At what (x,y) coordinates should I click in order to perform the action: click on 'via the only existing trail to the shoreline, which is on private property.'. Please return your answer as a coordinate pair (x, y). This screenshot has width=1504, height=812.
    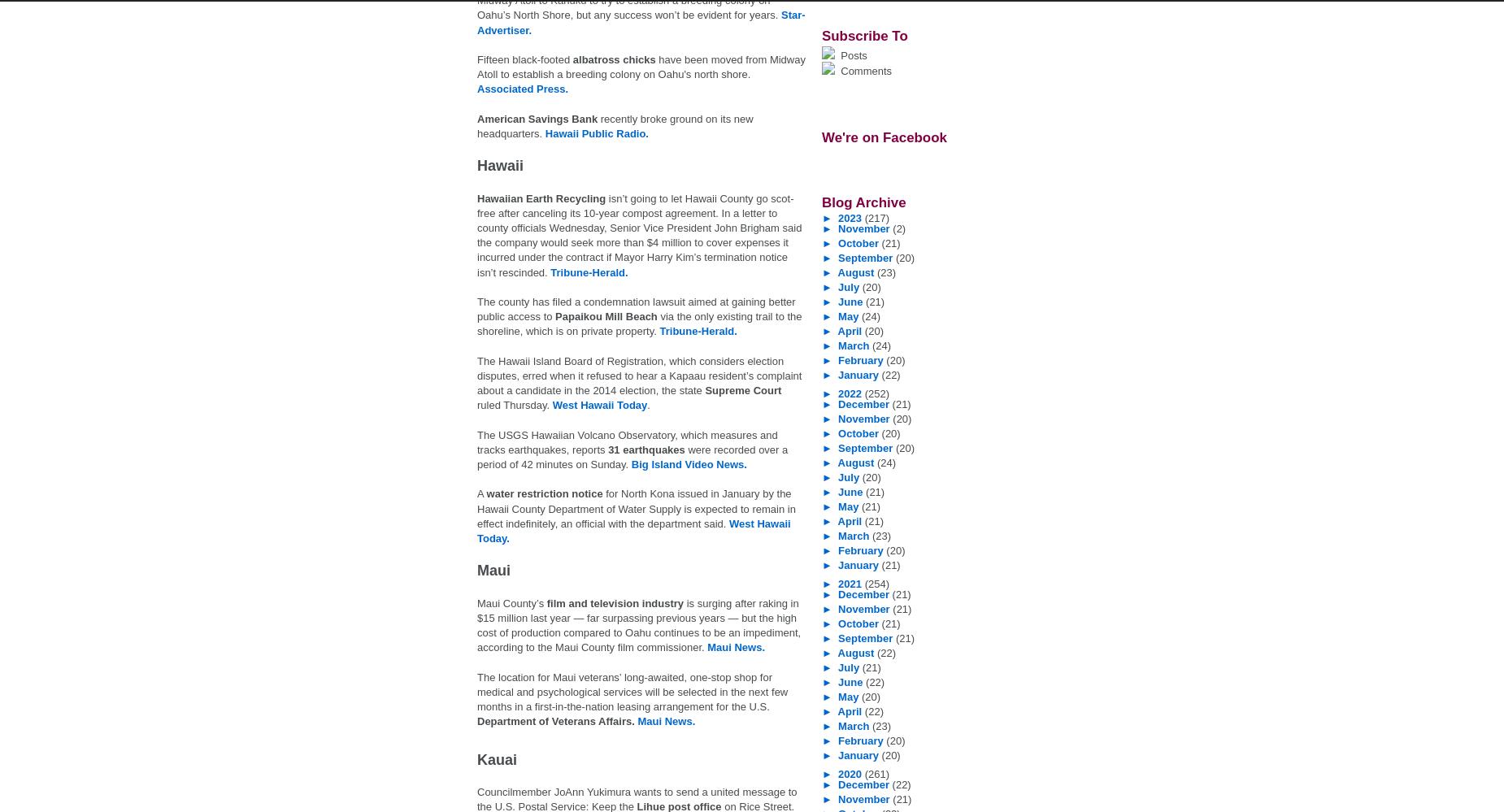
    Looking at the image, I should click on (639, 323).